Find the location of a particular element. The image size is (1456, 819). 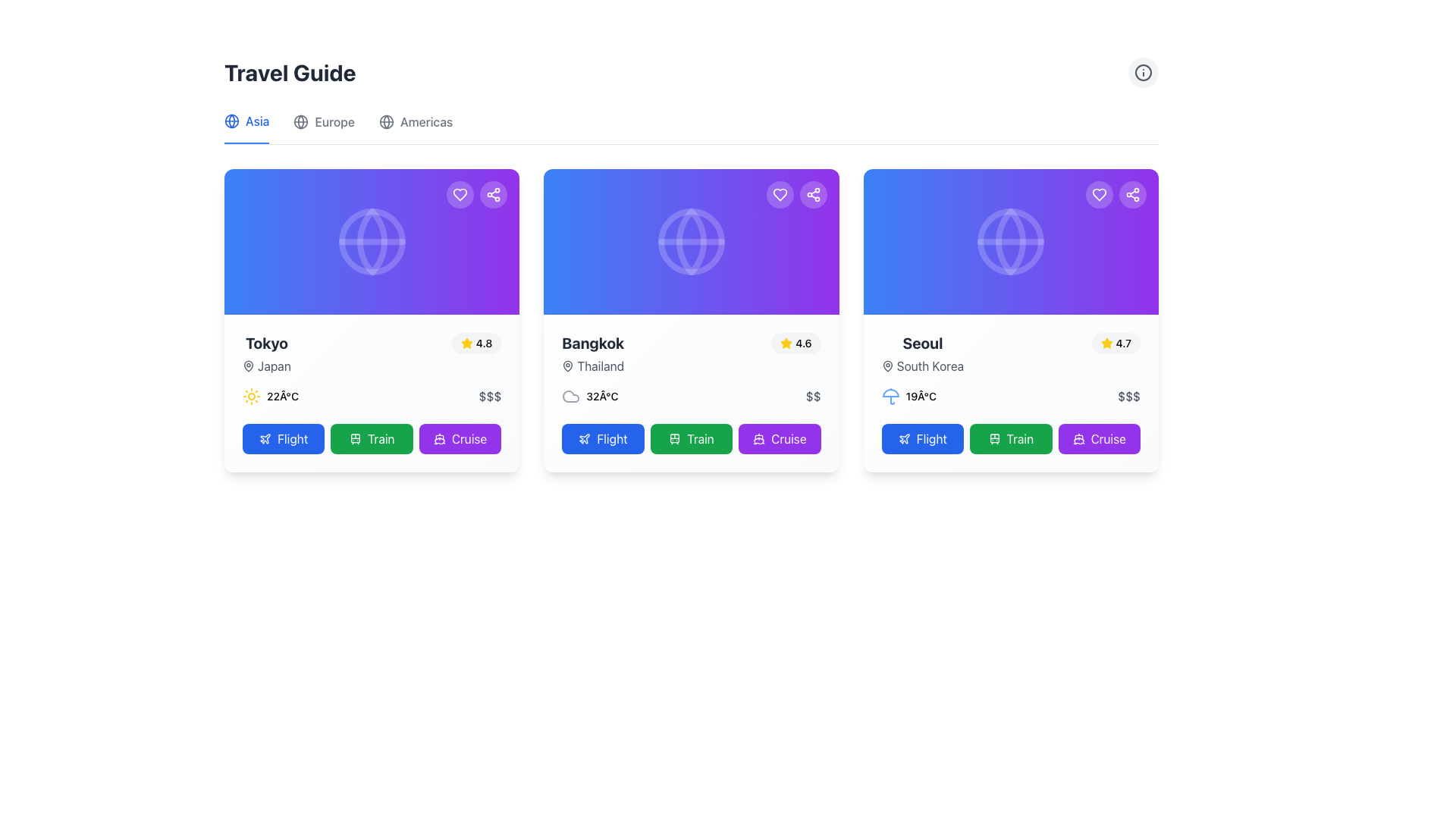

the horizontally-aligned green button labeled 'Train' located in the lower section of the 'Seoul' card is located at coordinates (1011, 438).